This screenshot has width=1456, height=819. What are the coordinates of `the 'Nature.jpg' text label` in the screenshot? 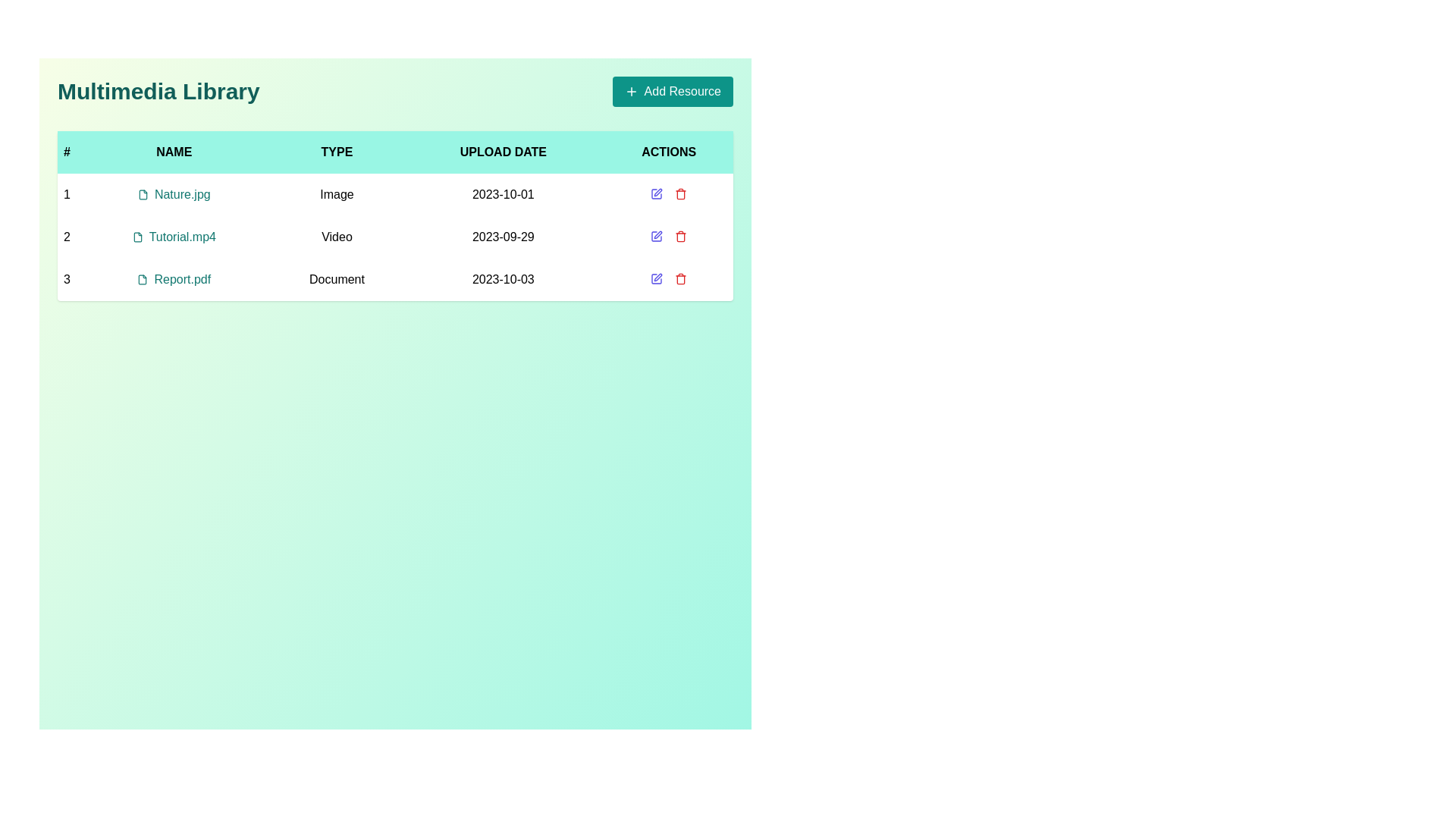 It's located at (174, 194).